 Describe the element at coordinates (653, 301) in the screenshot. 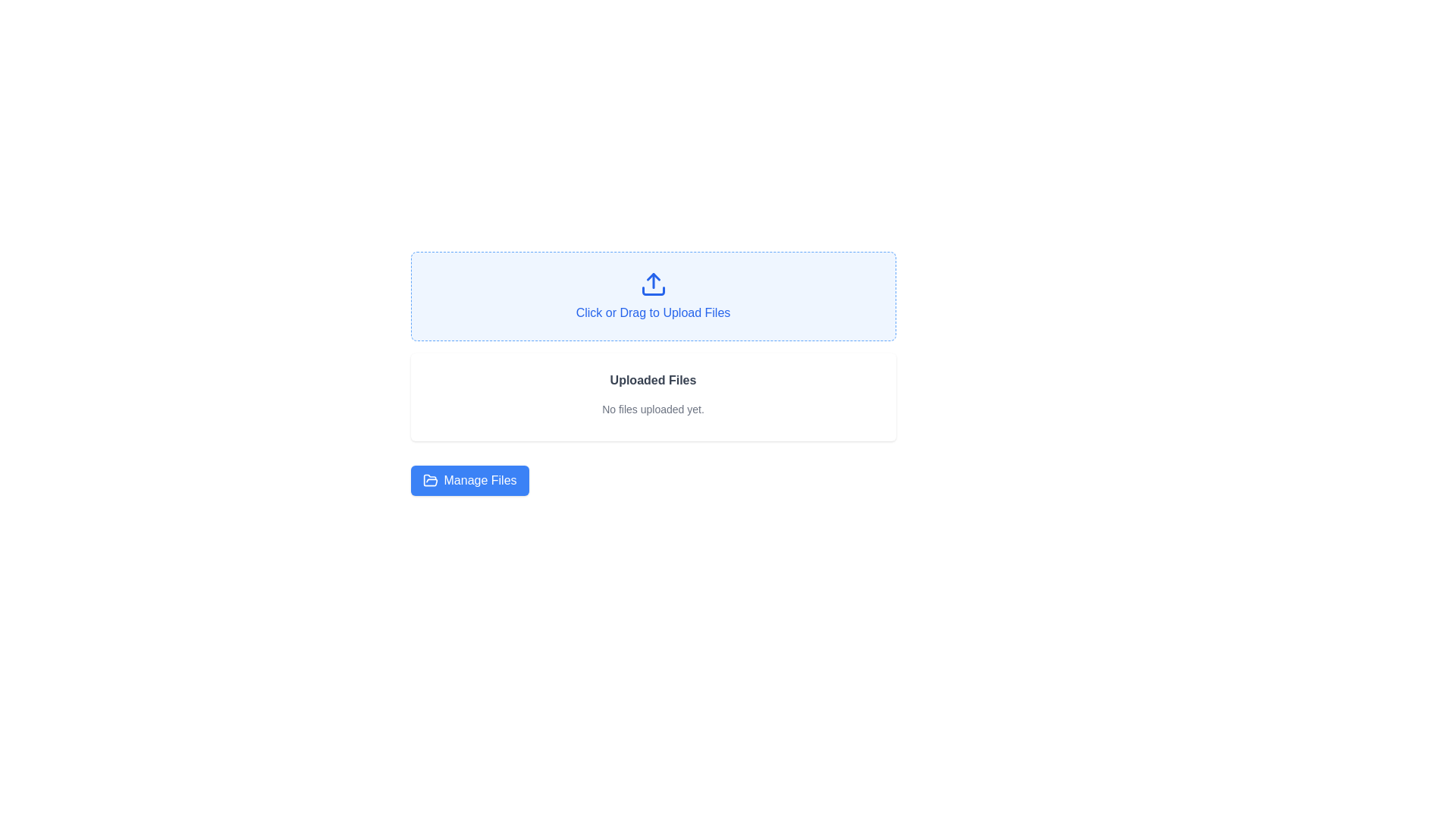

I see `and drop files onto the centrally positioned clickable text component for uploading, which is located within a bordered area in the upper-middle part of the interface` at that location.